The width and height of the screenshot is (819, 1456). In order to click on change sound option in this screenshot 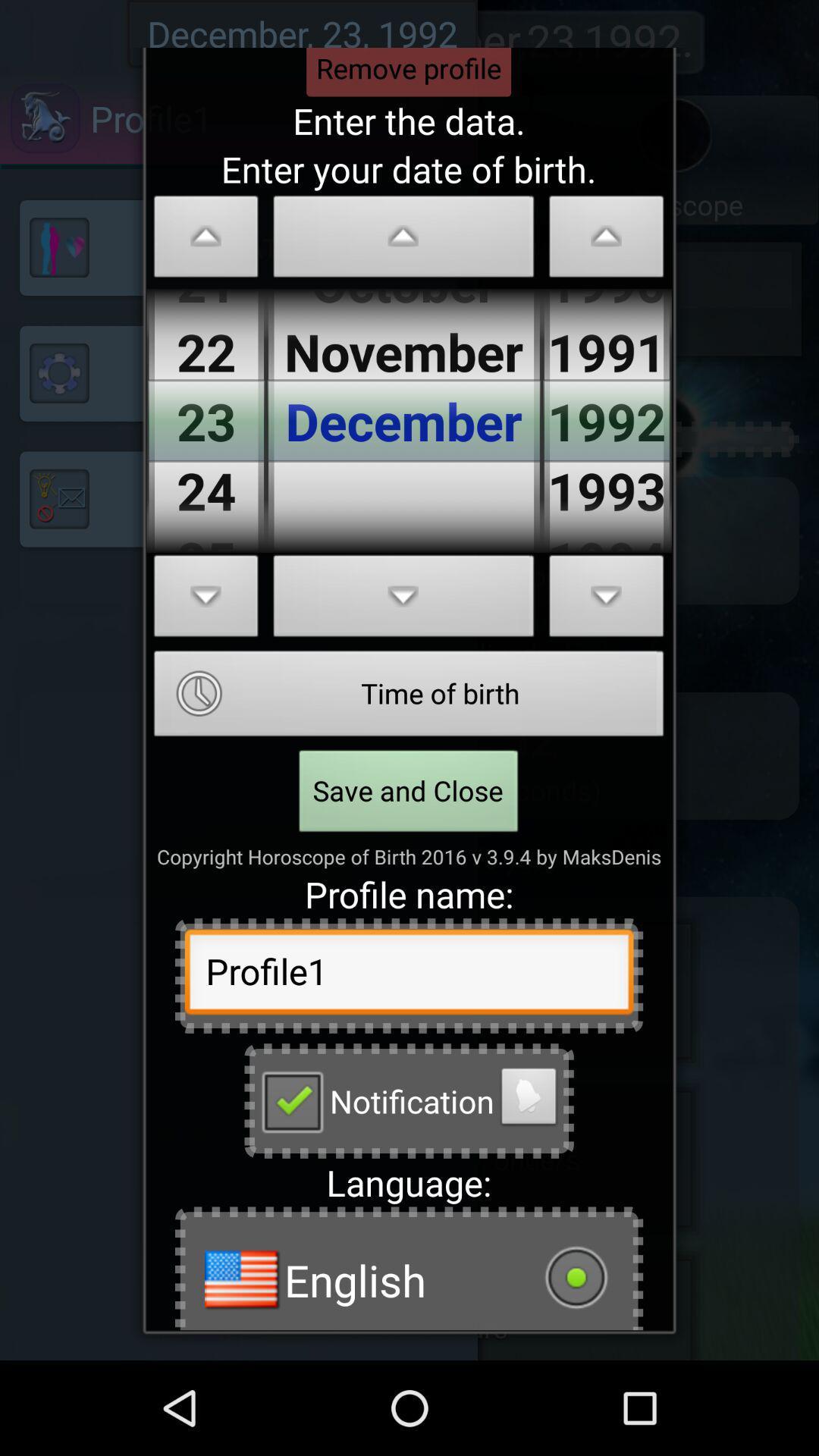, I will do `click(528, 1100)`.